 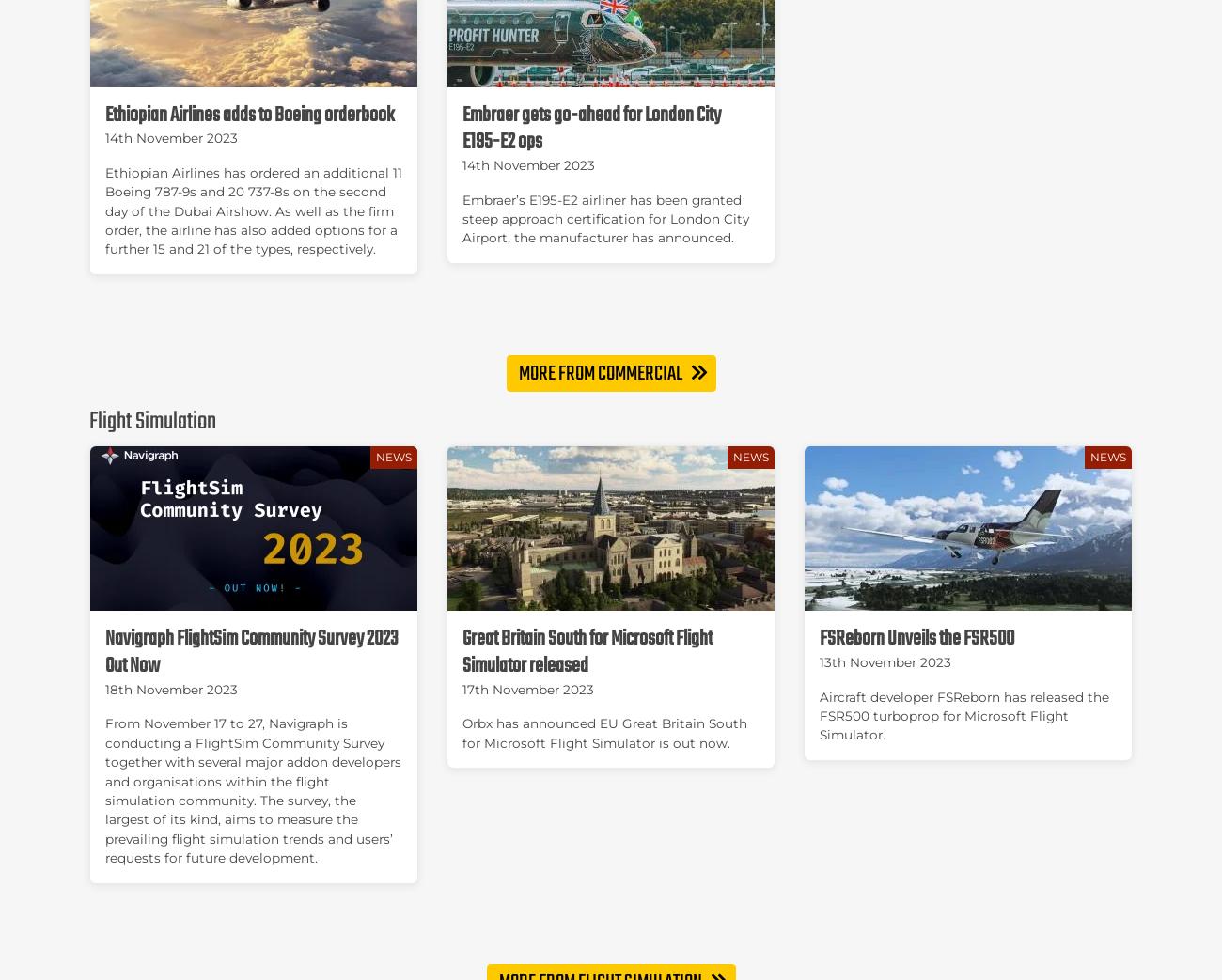 What do you see at coordinates (253, 210) in the screenshot?
I see `'Ethiopian Airlines has ordered an additional 11 Boeing 787-9s and 20 737-8s on the second day of the Dubai Airshow. As well as the firm order, the airline has also added options for a further 15 and 21 of the types, respectively.'` at bounding box center [253, 210].